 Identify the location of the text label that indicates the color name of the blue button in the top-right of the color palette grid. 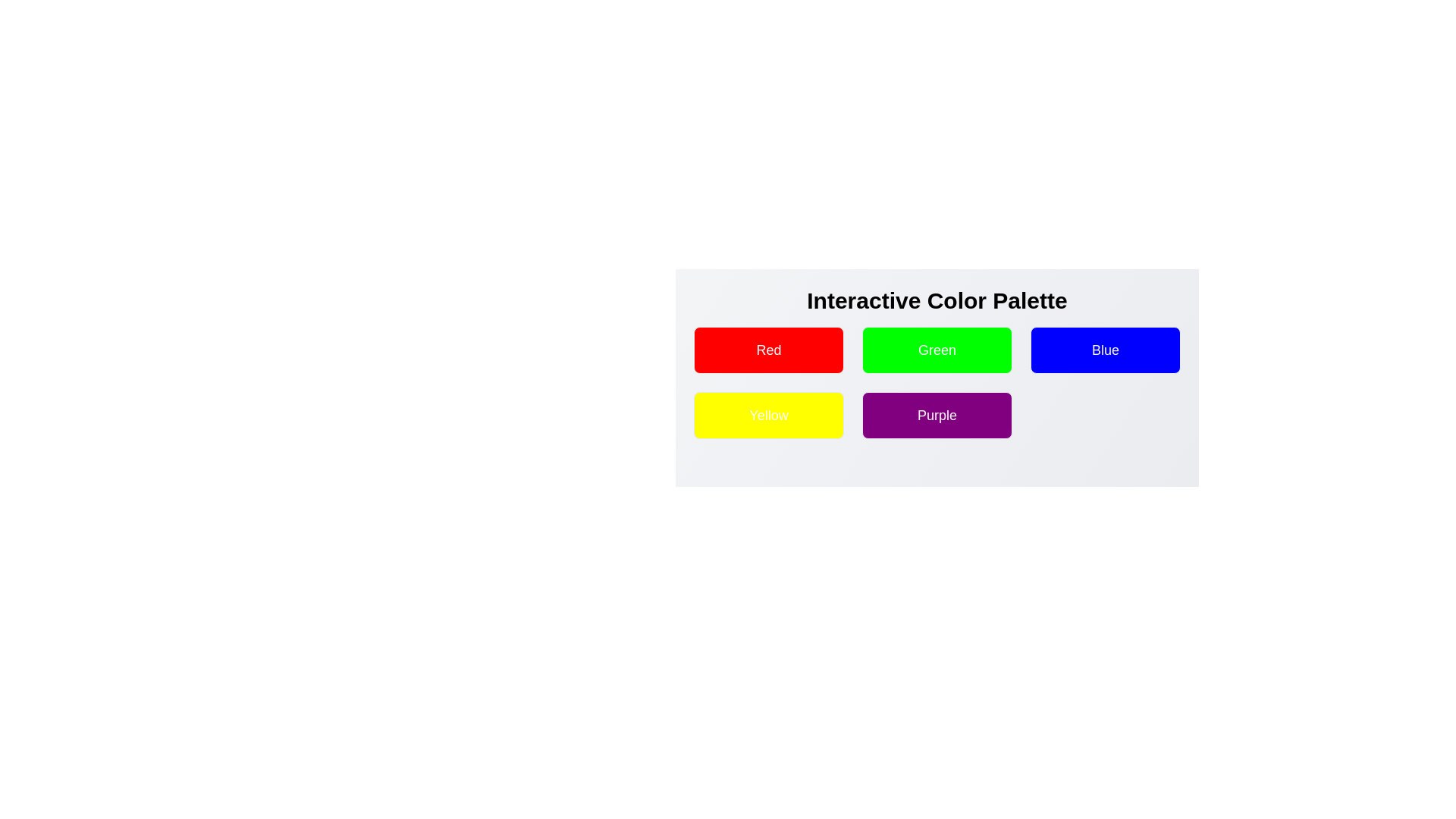
(1106, 350).